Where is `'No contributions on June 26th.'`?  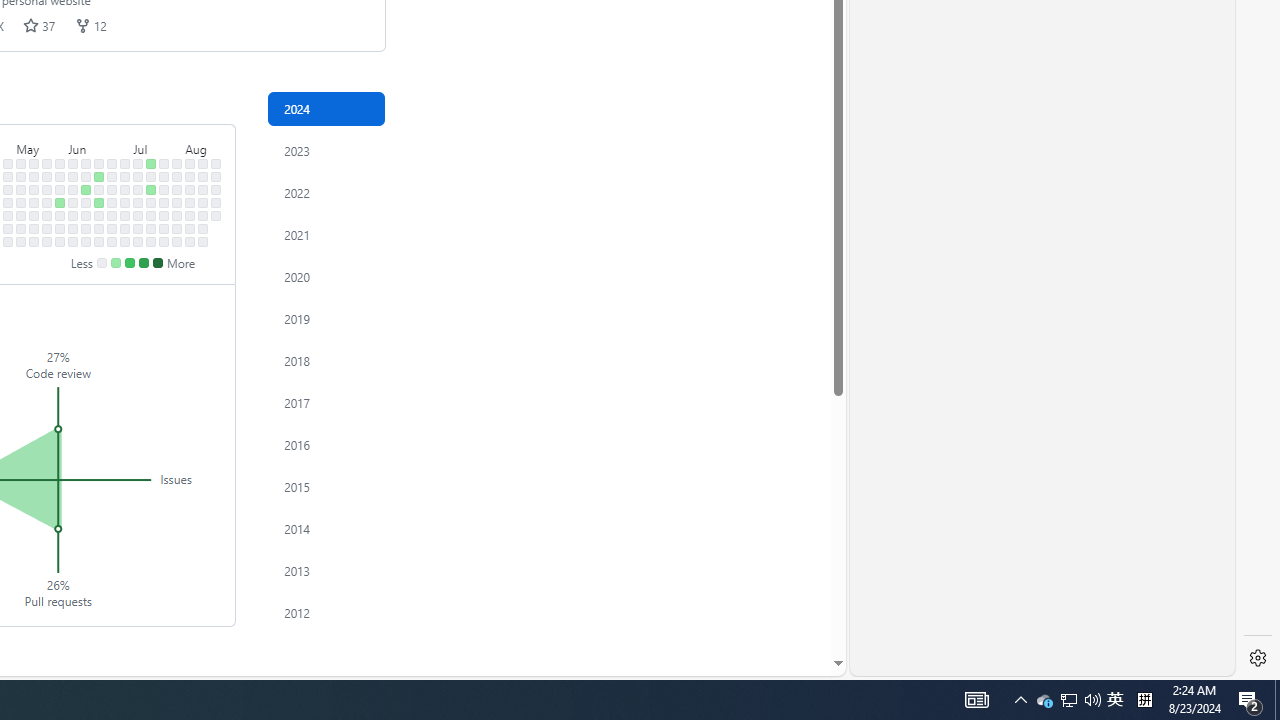
'No contributions on June 26th.' is located at coordinates (111, 202).